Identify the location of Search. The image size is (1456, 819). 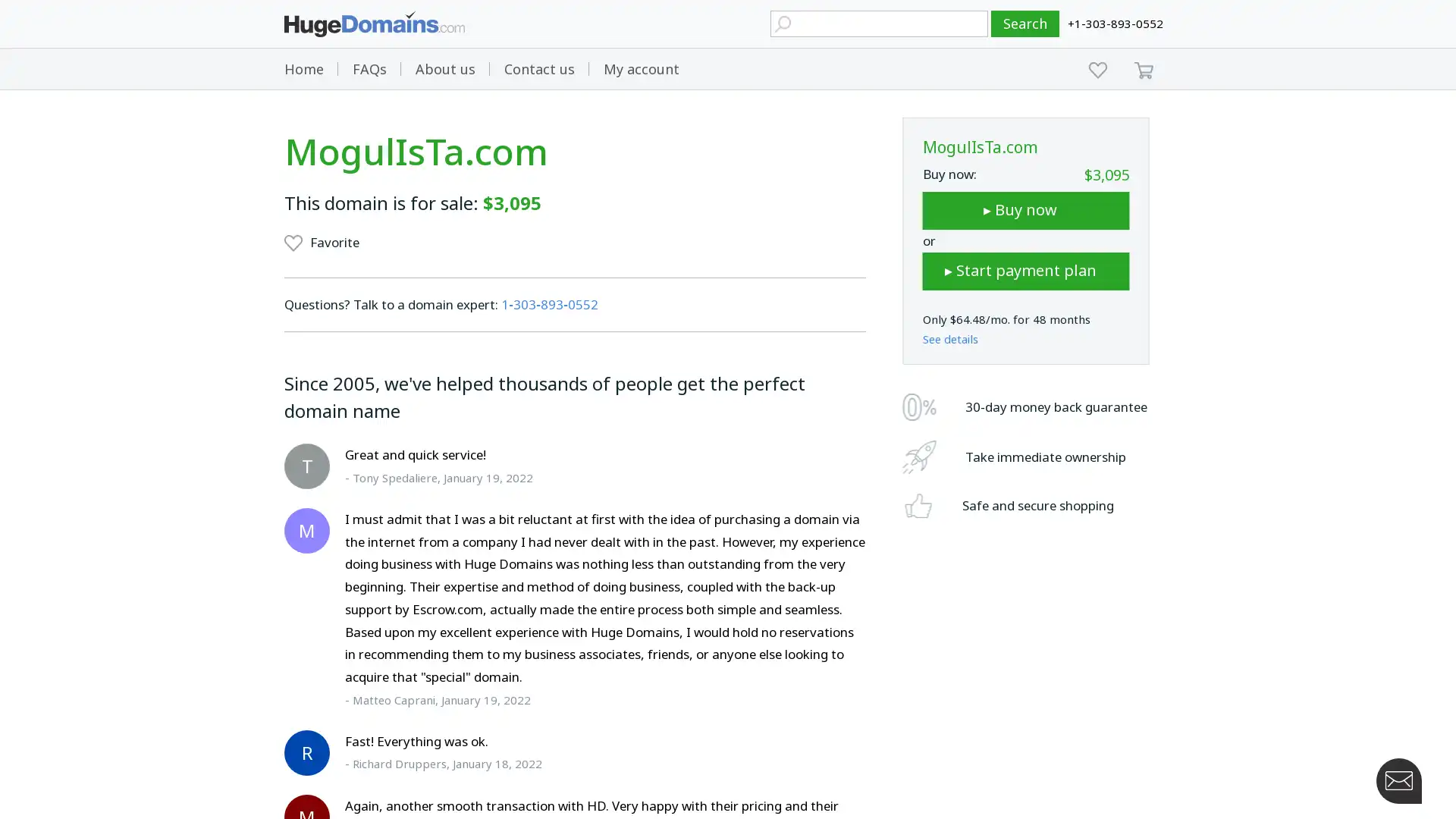
(1025, 24).